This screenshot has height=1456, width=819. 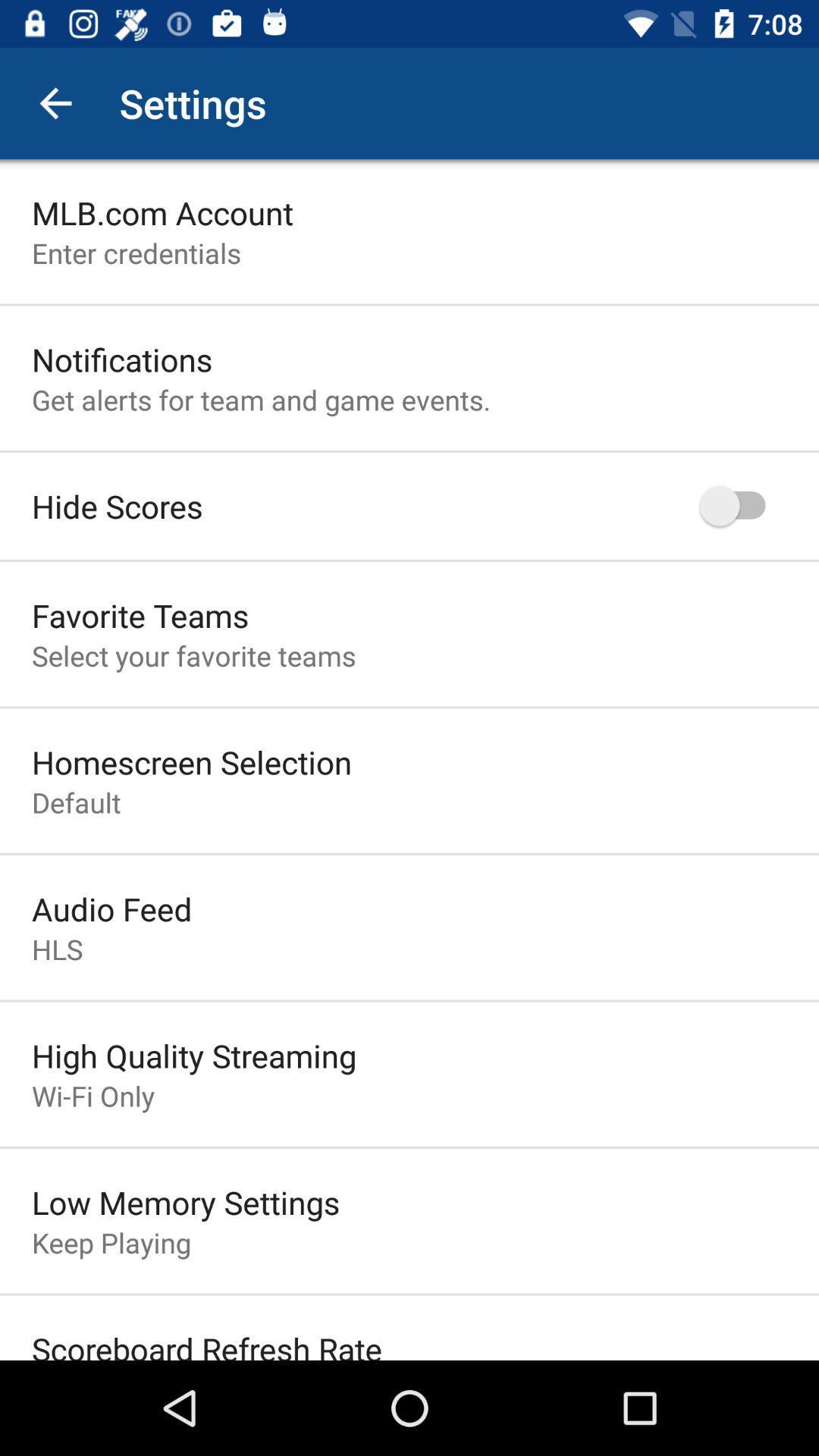 What do you see at coordinates (739, 506) in the screenshot?
I see `icon to the right of hide scores icon` at bounding box center [739, 506].